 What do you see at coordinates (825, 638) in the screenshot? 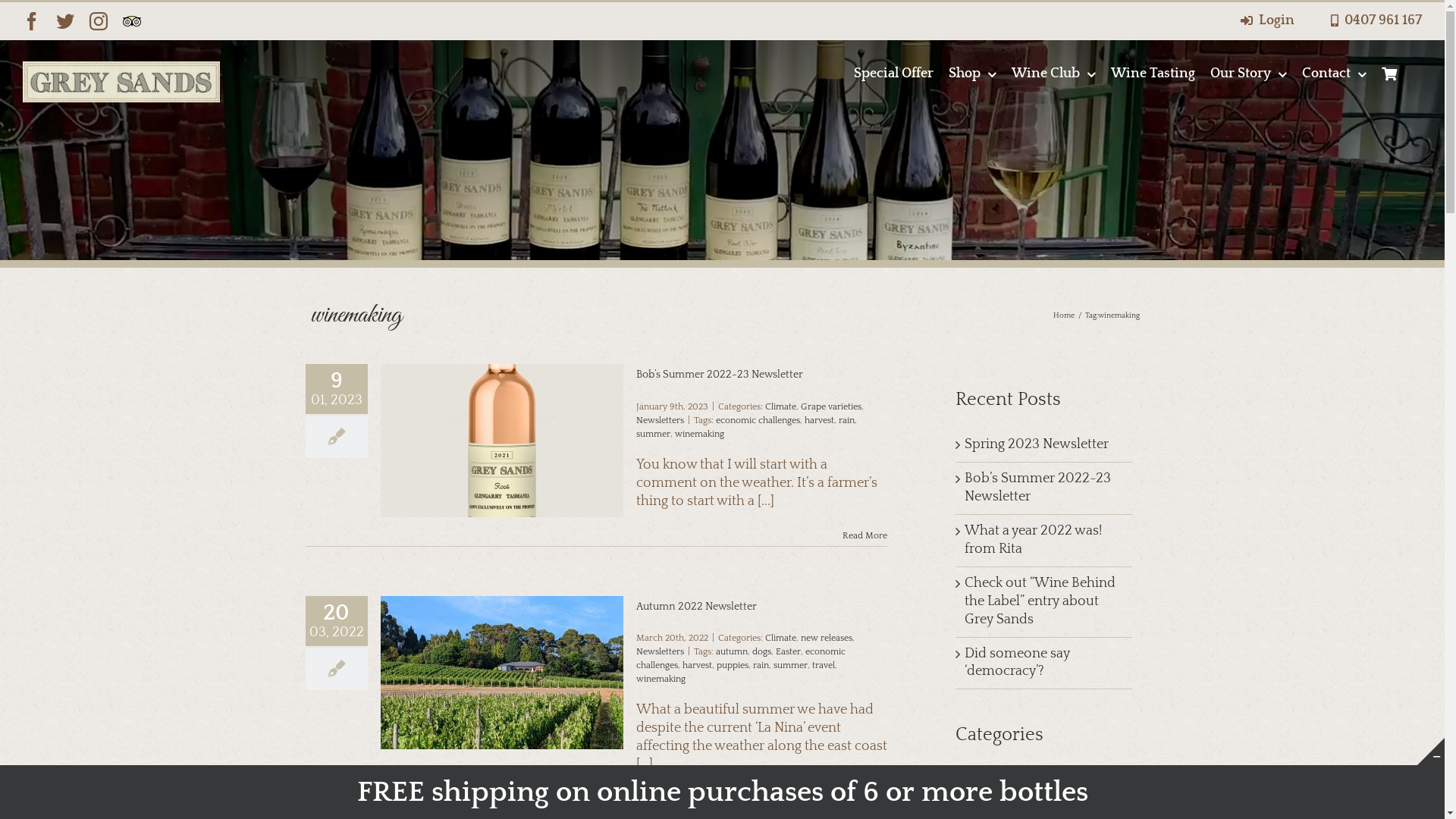
I see `'new releases'` at bounding box center [825, 638].